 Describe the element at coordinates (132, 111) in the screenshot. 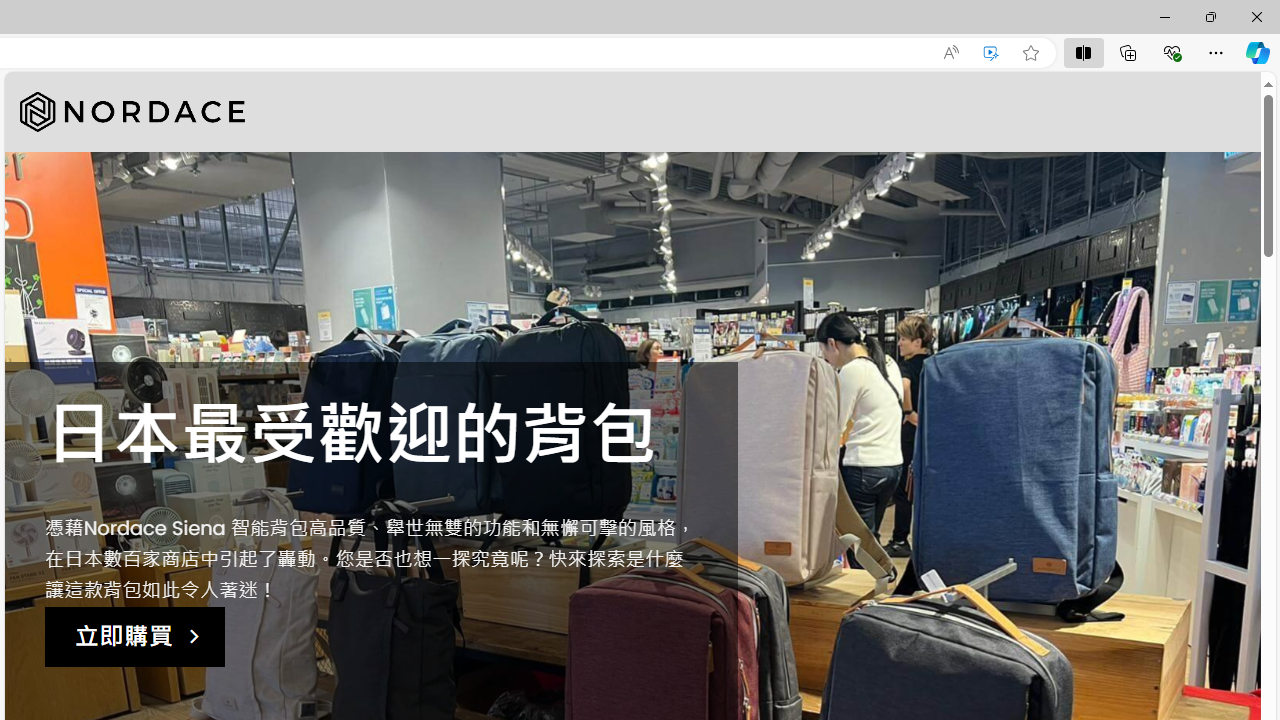

I see `'Nordace'` at that location.